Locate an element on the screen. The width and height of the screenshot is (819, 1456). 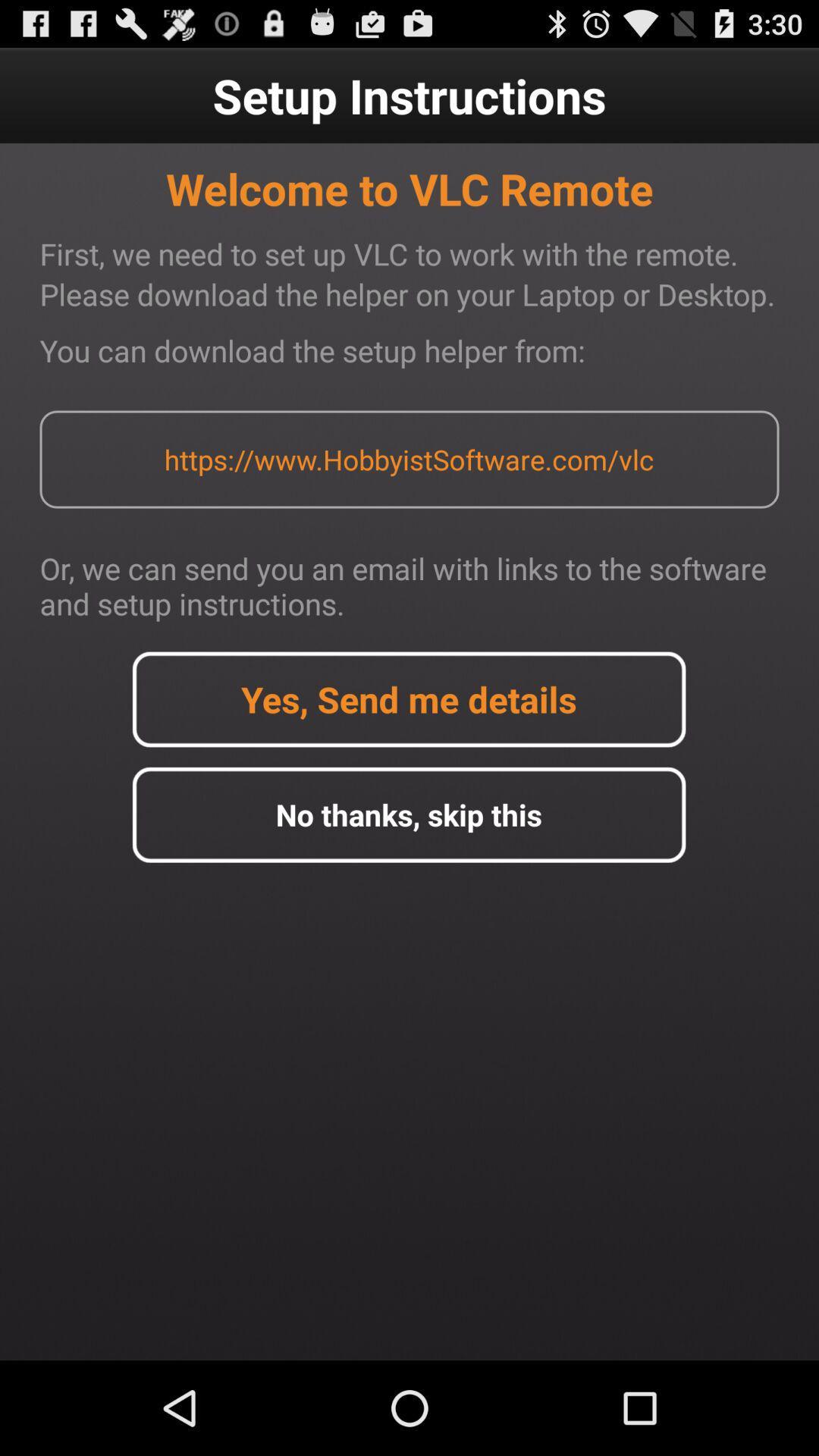
skip step is located at coordinates (408, 814).